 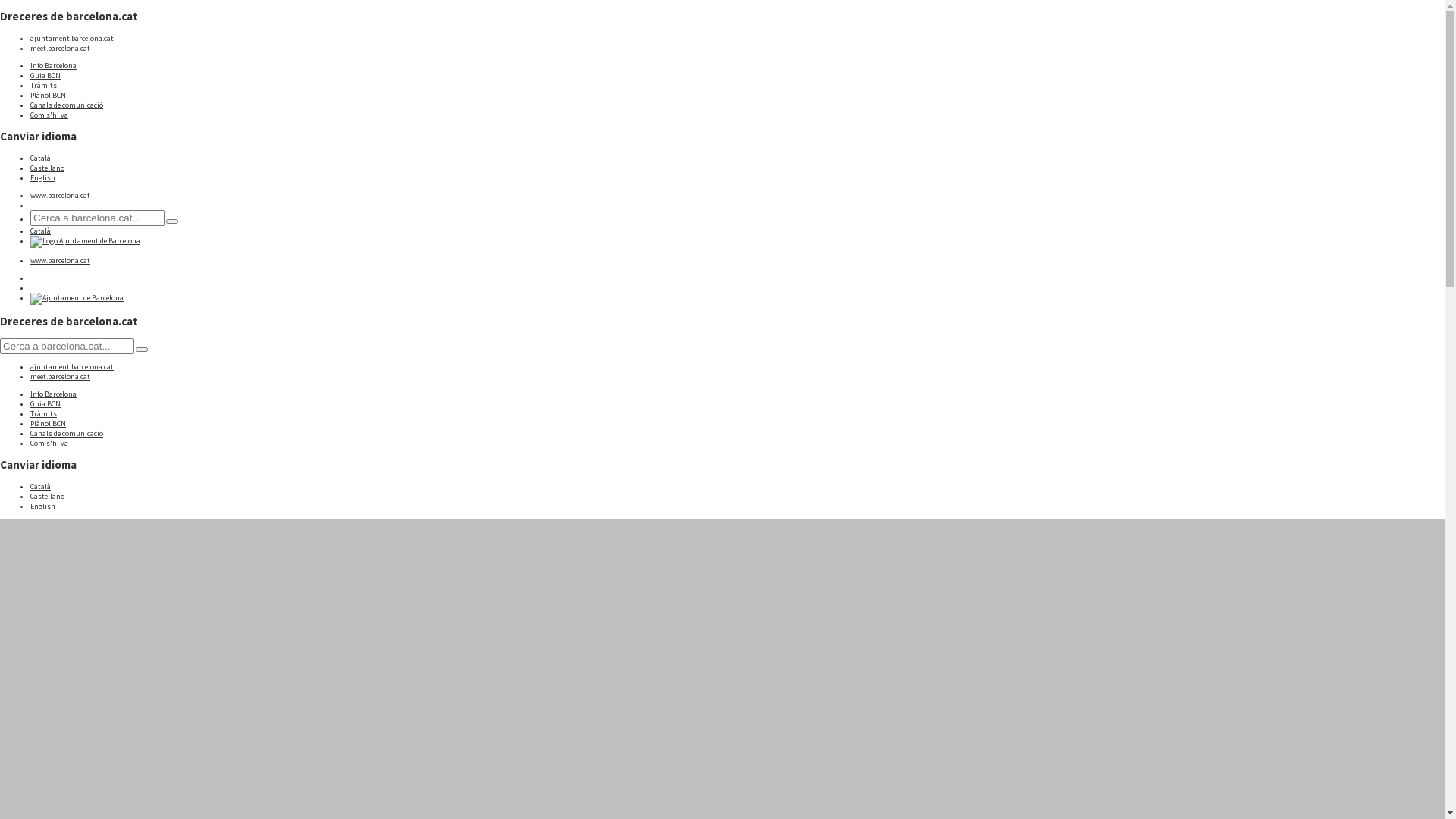 I want to click on 'Com s'hi va', so click(x=49, y=114).